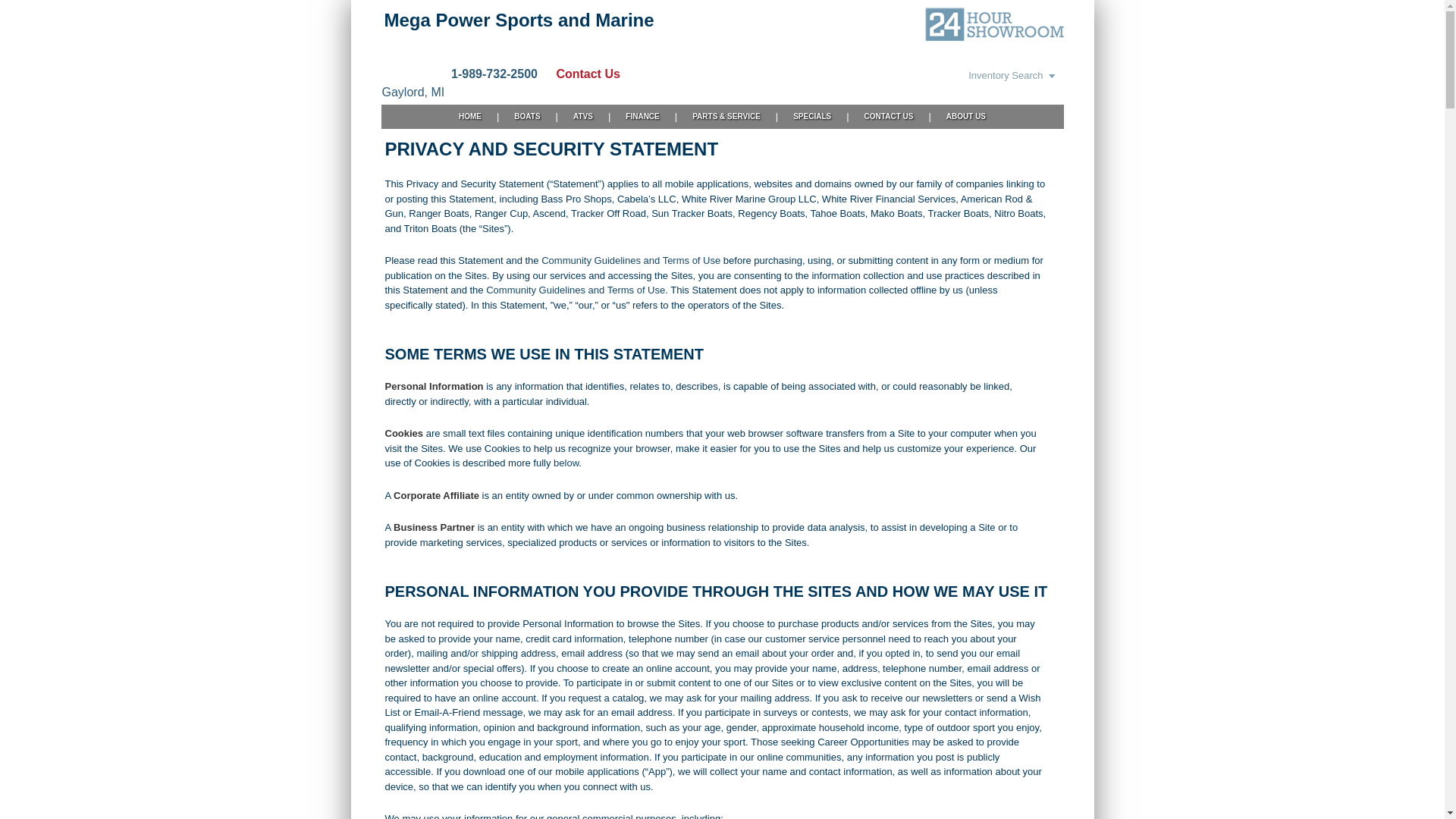  Describe the element at coordinates (811, 116) in the screenshot. I see `'SPECIALS'` at that location.